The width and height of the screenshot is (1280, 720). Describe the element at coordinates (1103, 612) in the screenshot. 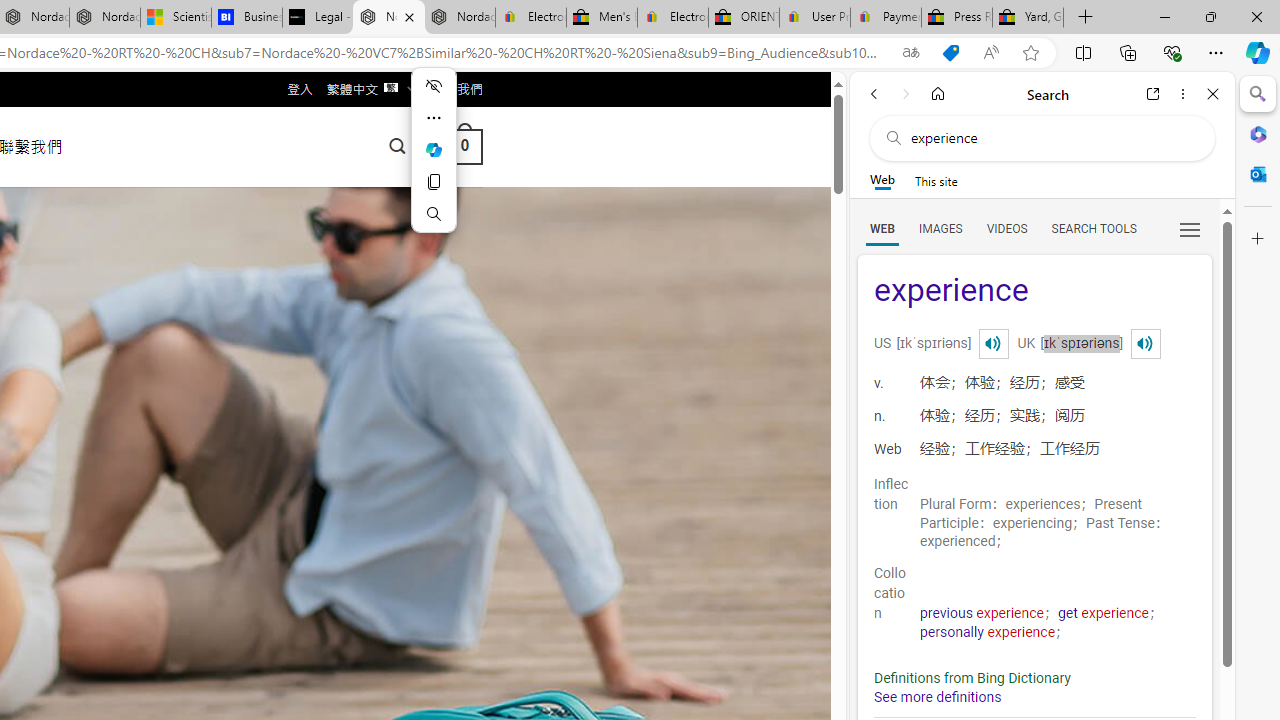

I see `'get experience'` at that location.